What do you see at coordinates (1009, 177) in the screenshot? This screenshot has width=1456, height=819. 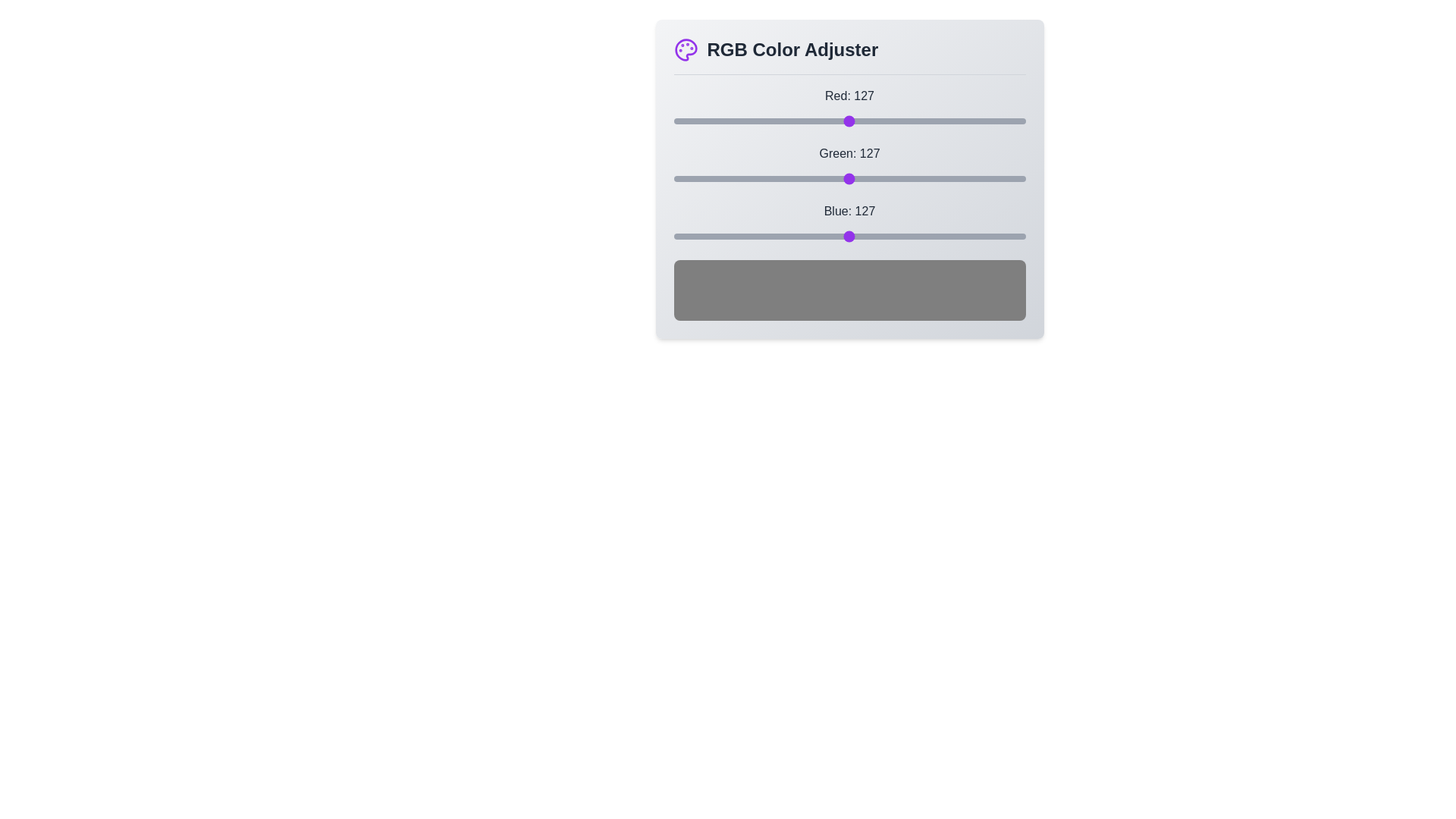 I see `the green slider to set the green value to 243` at bounding box center [1009, 177].